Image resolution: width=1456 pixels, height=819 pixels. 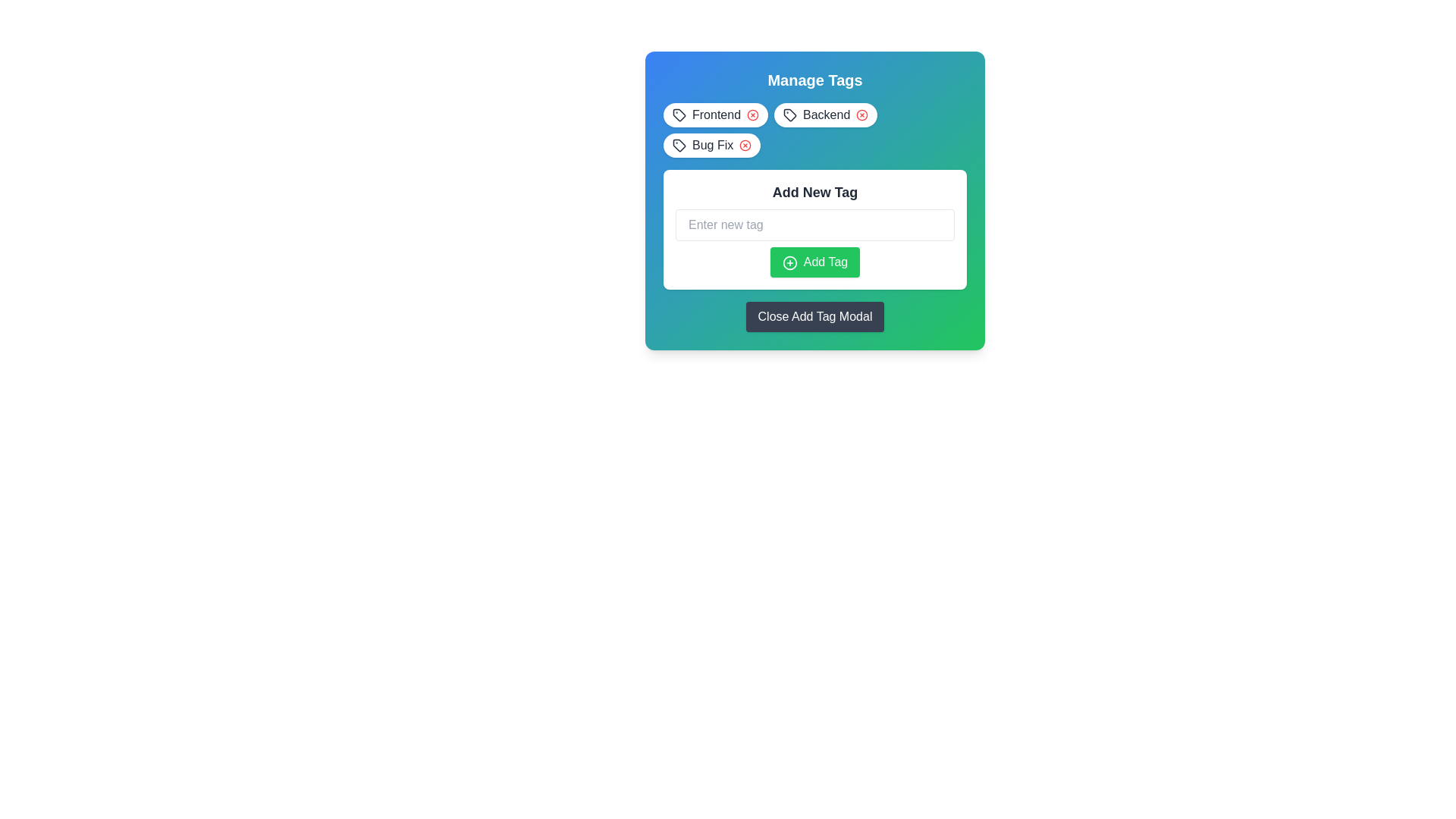 What do you see at coordinates (711, 146) in the screenshot?
I see `the 'Bug Fix' tag-style label within the 'Manage Tags' modal` at bounding box center [711, 146].